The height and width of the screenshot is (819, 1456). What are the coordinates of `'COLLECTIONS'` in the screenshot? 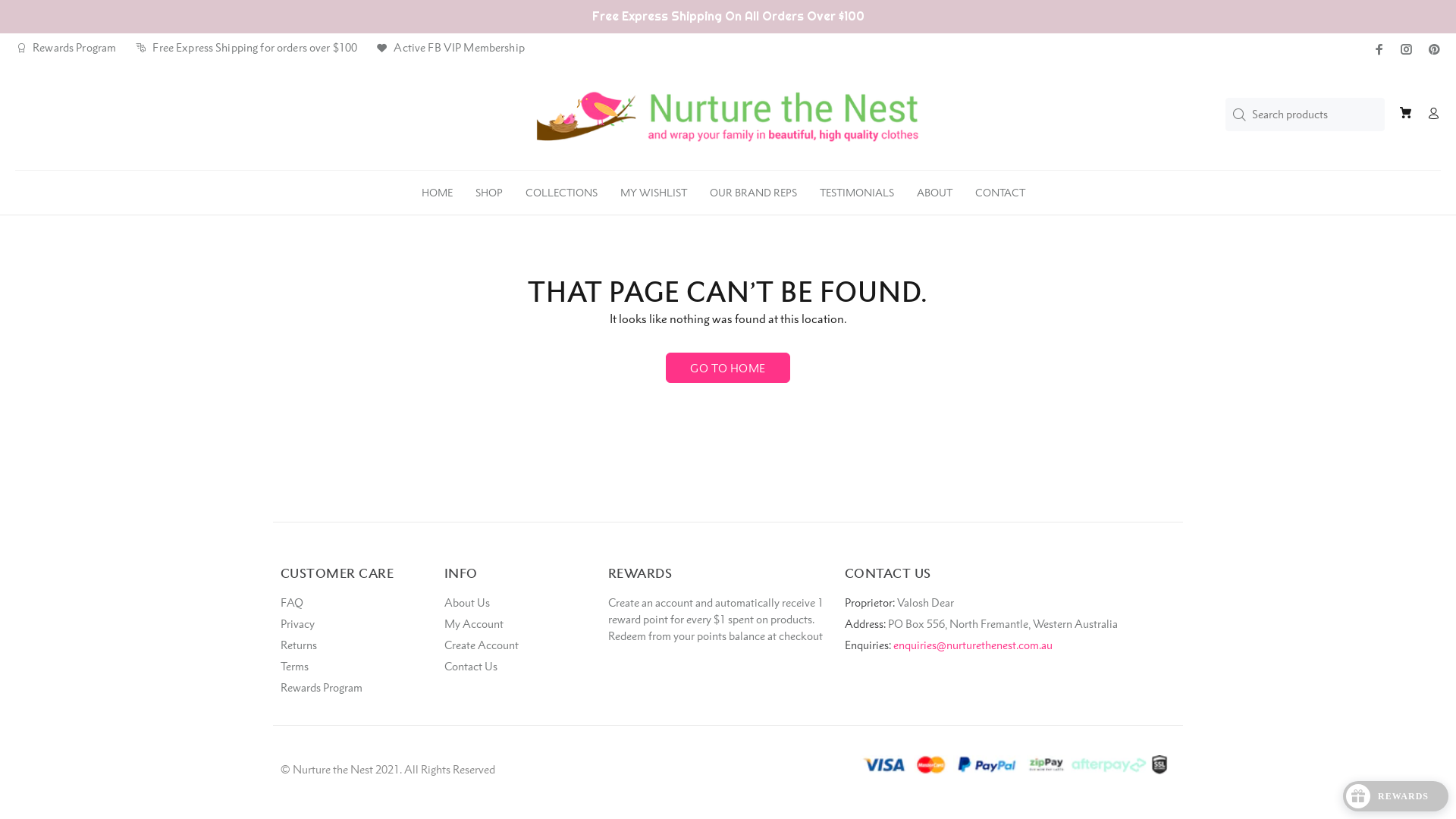 It's located at (560, 188).